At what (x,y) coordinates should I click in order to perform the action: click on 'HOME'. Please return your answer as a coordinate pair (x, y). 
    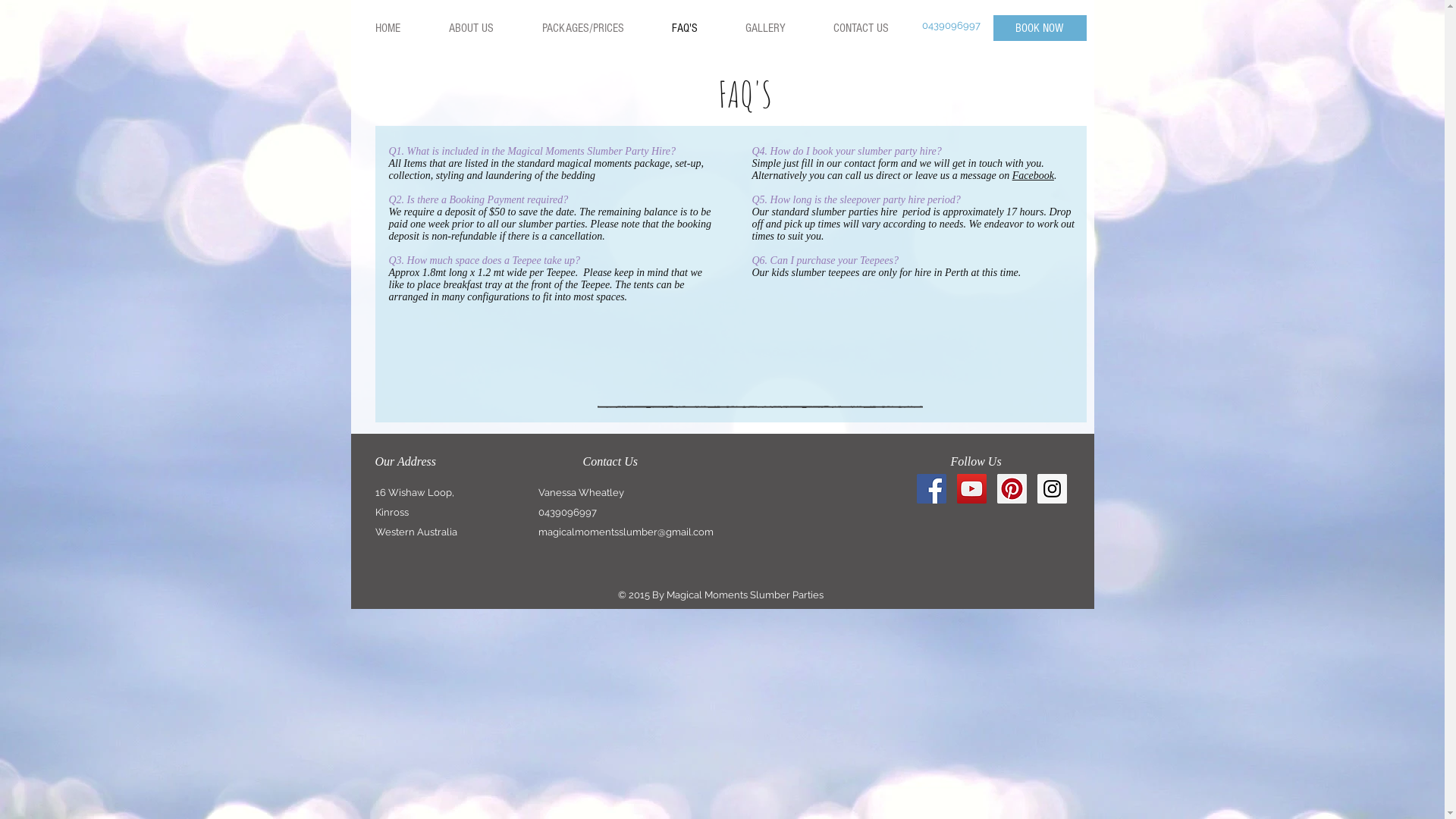
    Looking at the image, I should click on (388, 28).